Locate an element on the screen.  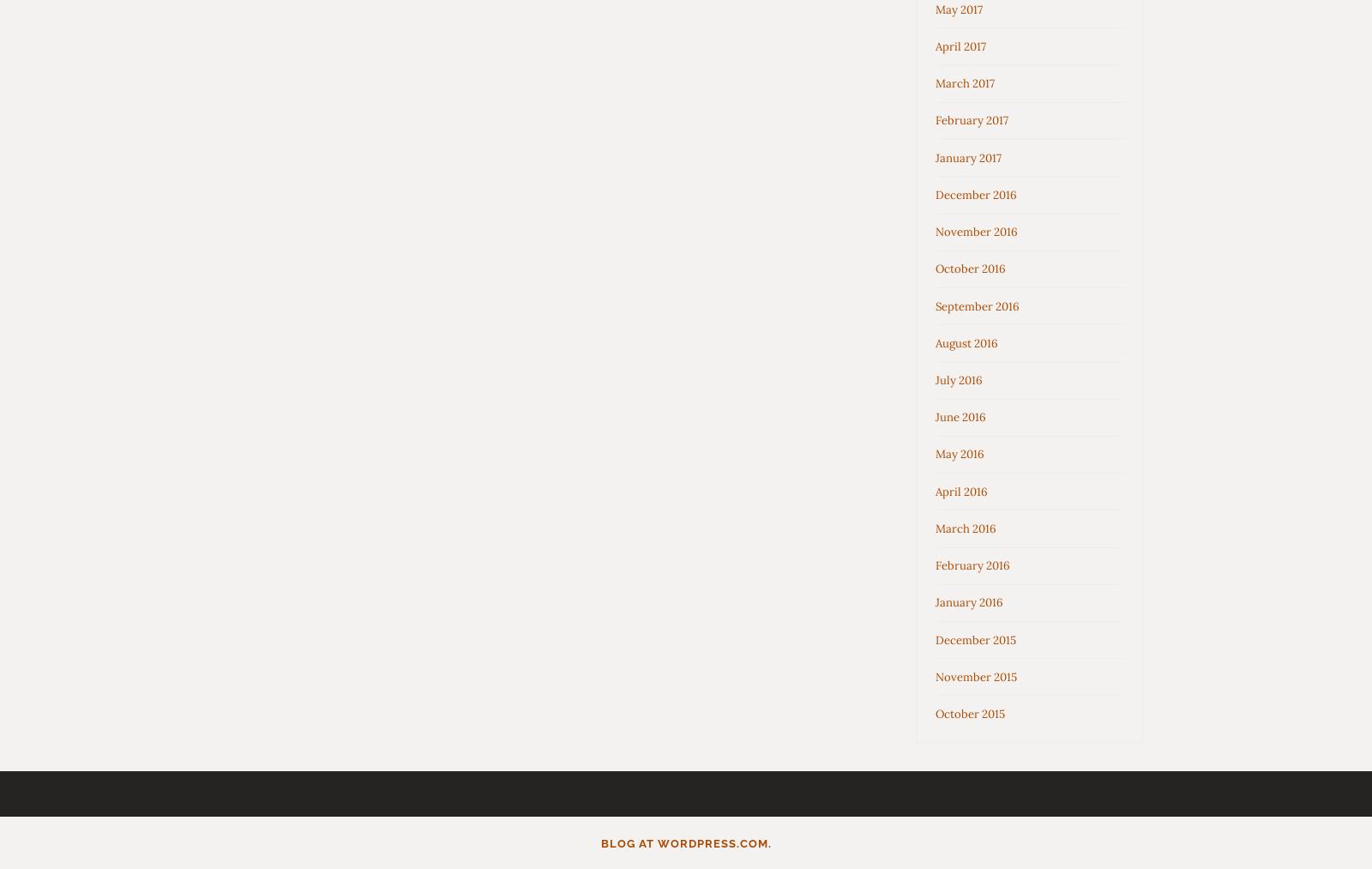
'August 2016' is located at coordinates (966, 342).